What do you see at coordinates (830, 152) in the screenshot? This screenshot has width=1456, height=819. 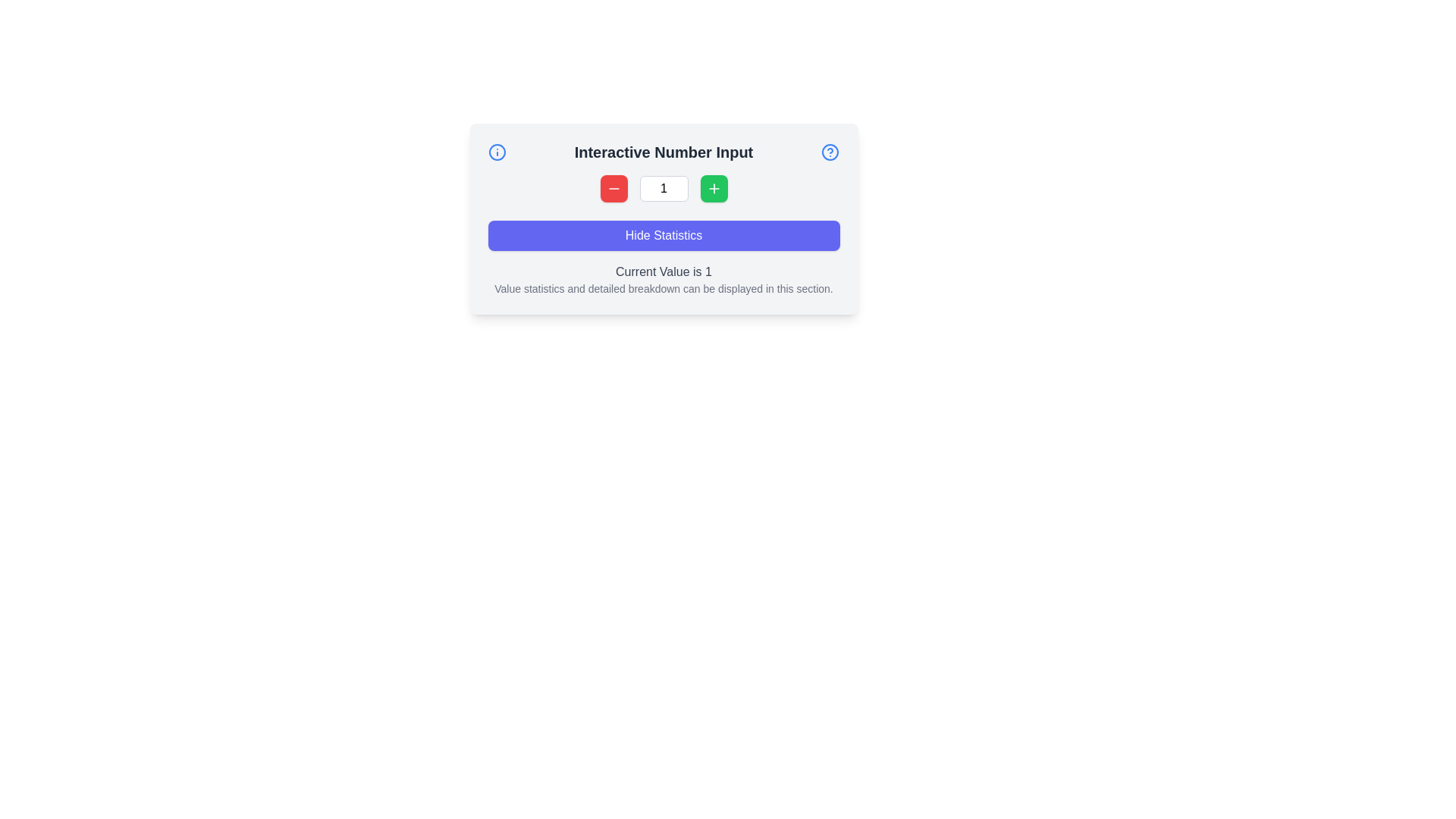 I see `the outer circular component of the blue help icon located in the top-left corner of the card-like UI panel` at bounding box center [830, 152].